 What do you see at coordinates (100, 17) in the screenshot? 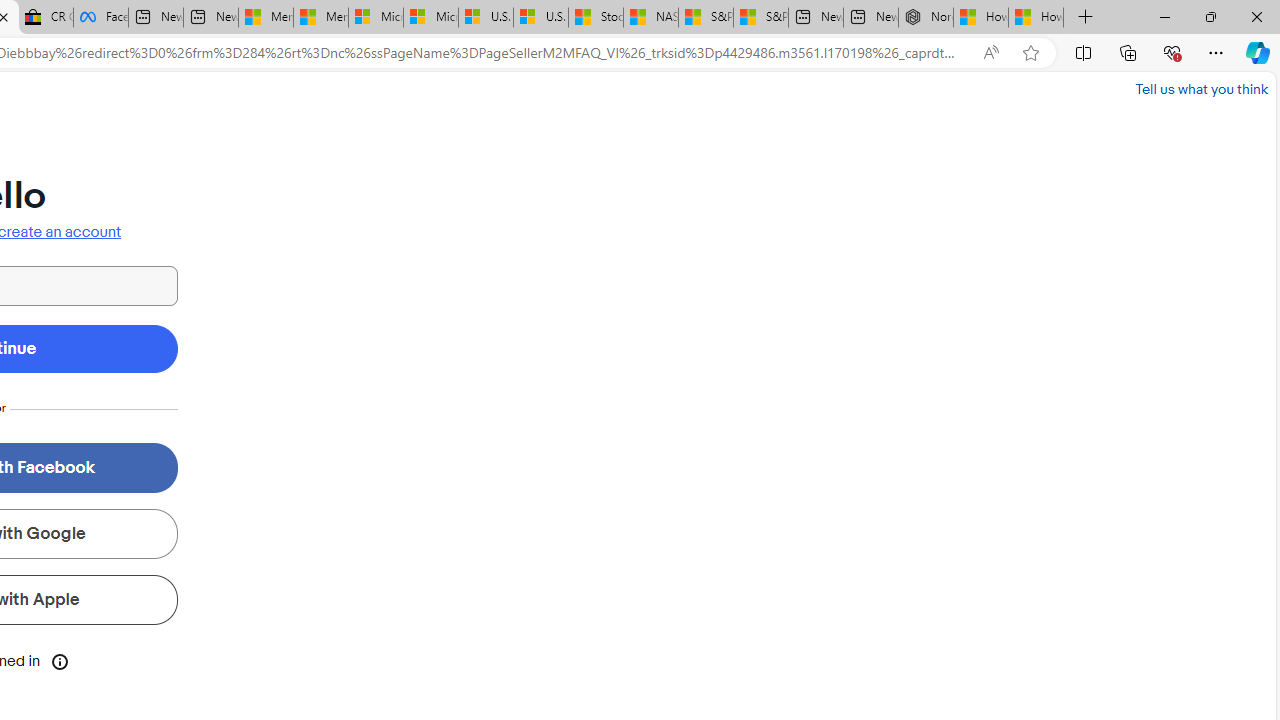
I see `'Facebook'` at bounding box center [100, 17].